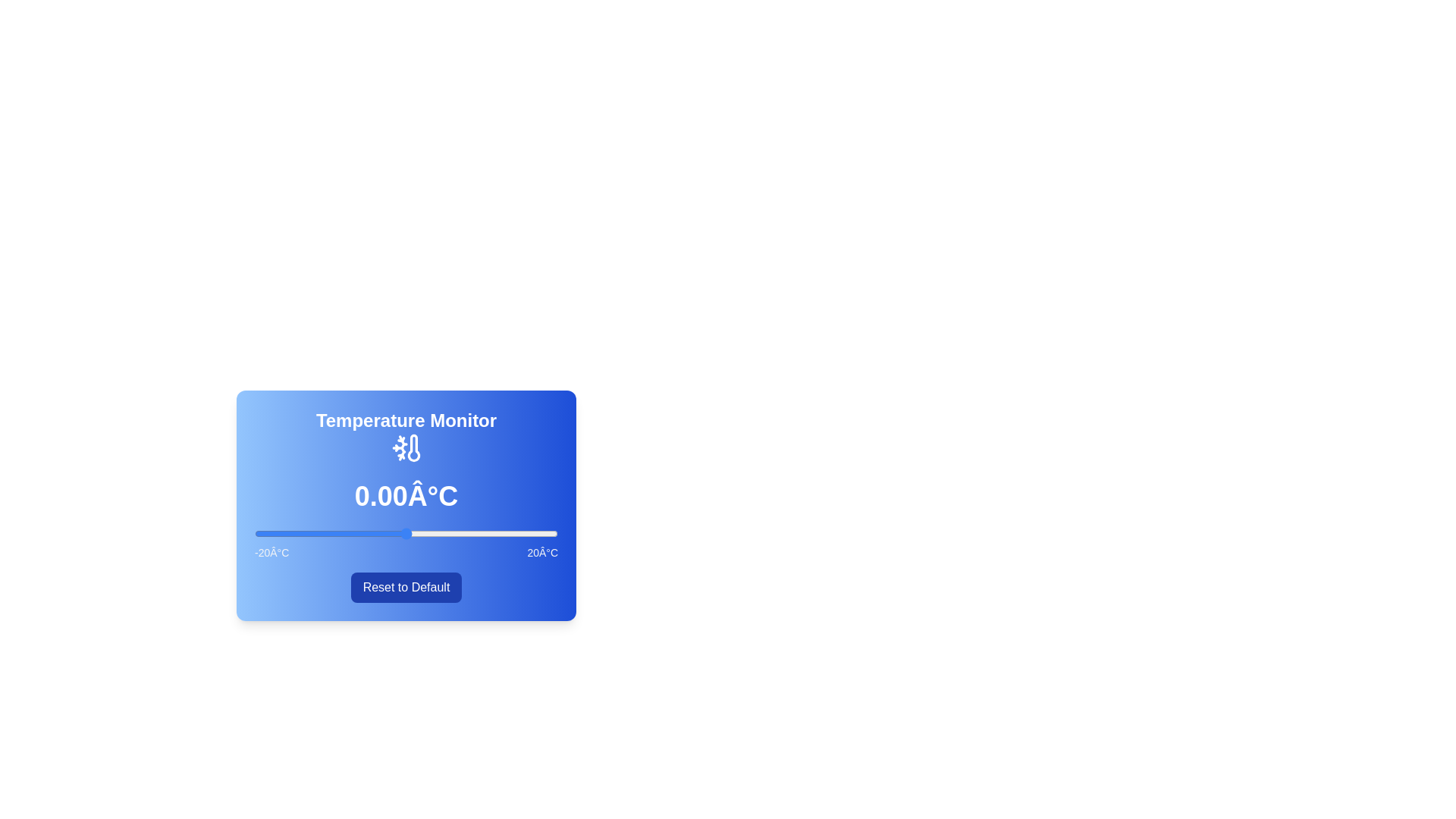 The image size is (1456, 819). Describe the element at coordinates (505, 533) in the screenshot. I see `the temperature slider to 13 degrees Celsius` at that location.